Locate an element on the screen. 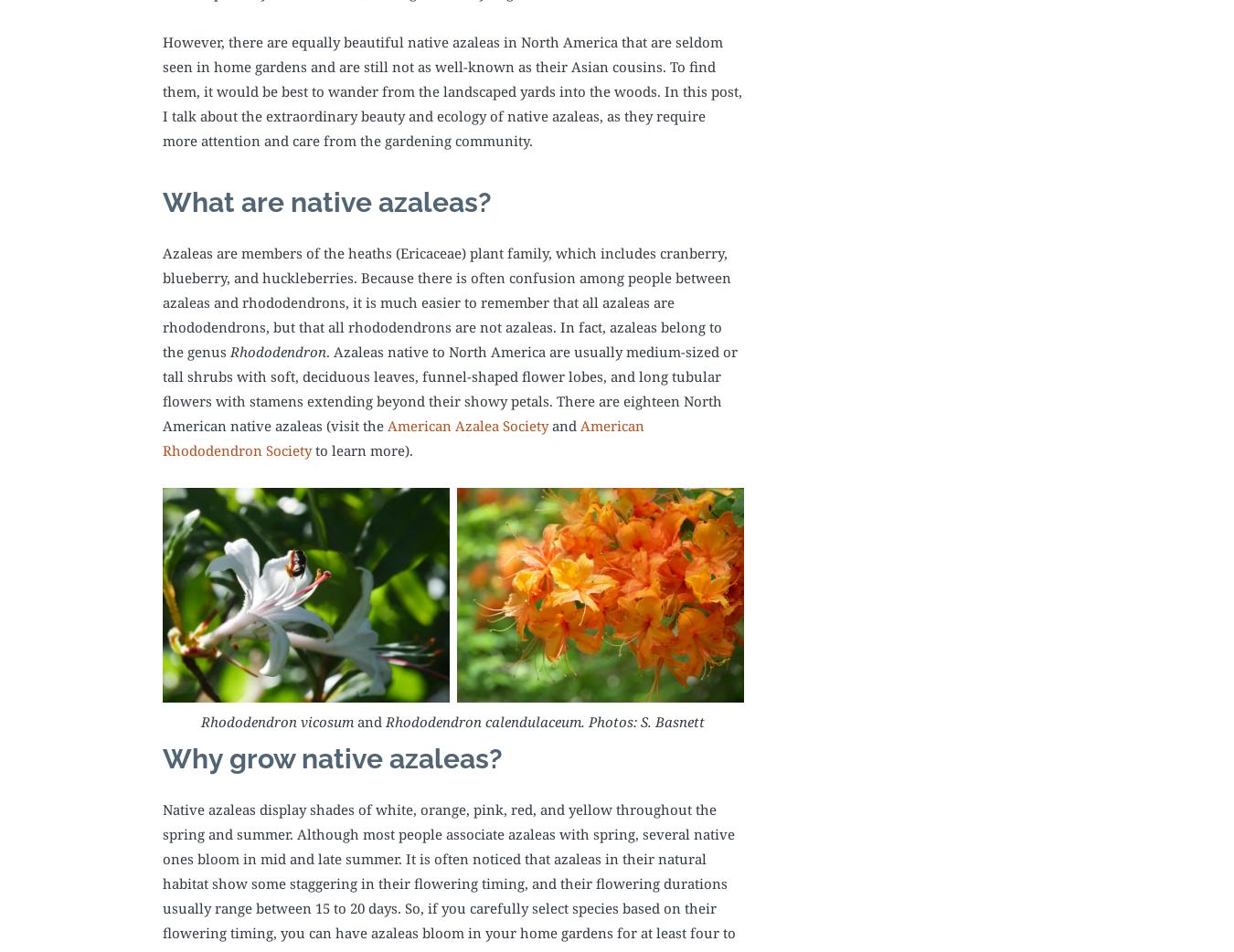  'American Rhododendron Society' is located at coordinates (403, 437).